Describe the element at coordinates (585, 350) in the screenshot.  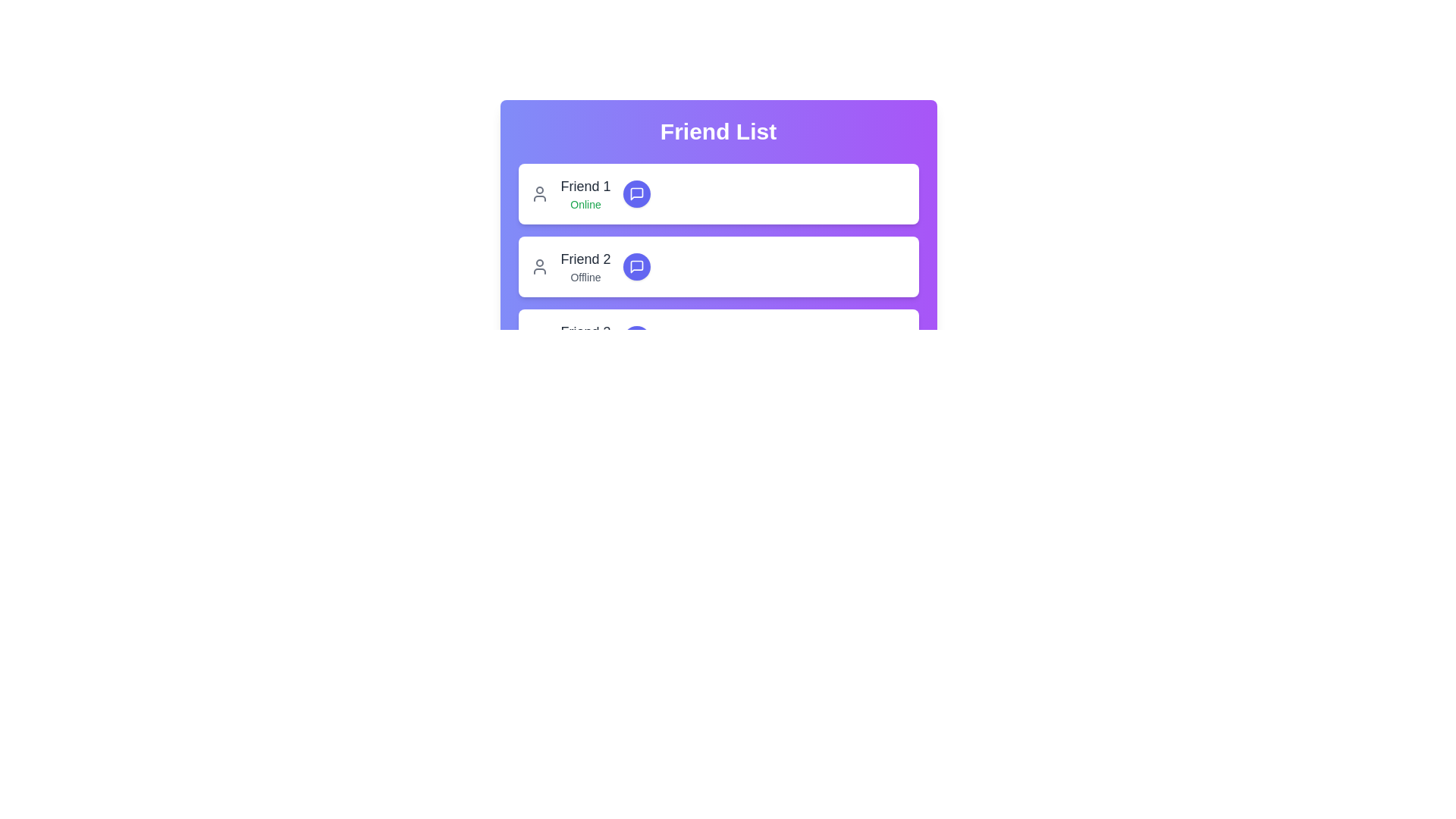
I see `the status indicator for 'Friend 3'` at that location.